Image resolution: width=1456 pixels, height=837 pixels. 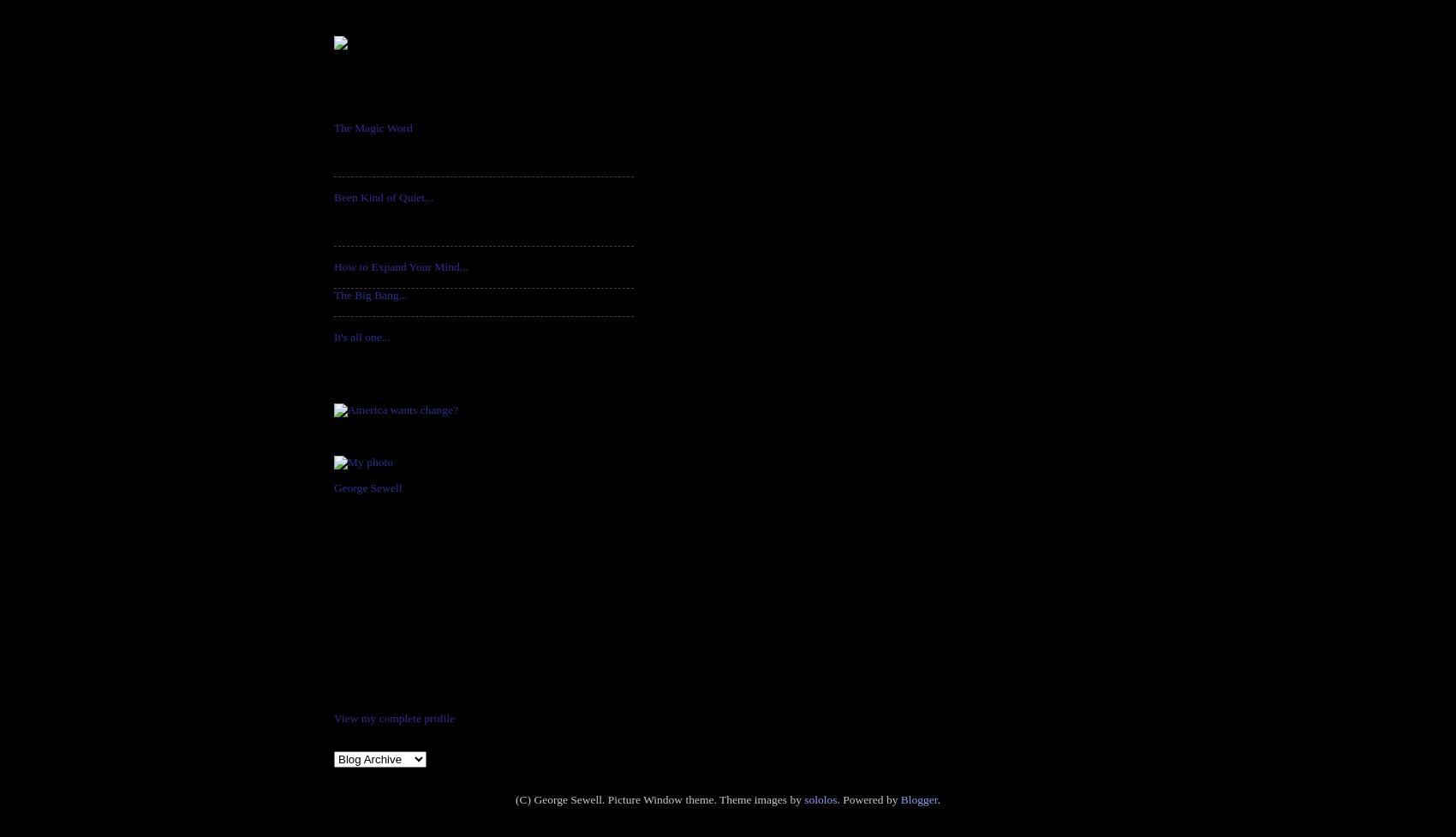 I want to click on 'Blogger', so click(x=918, y=798).